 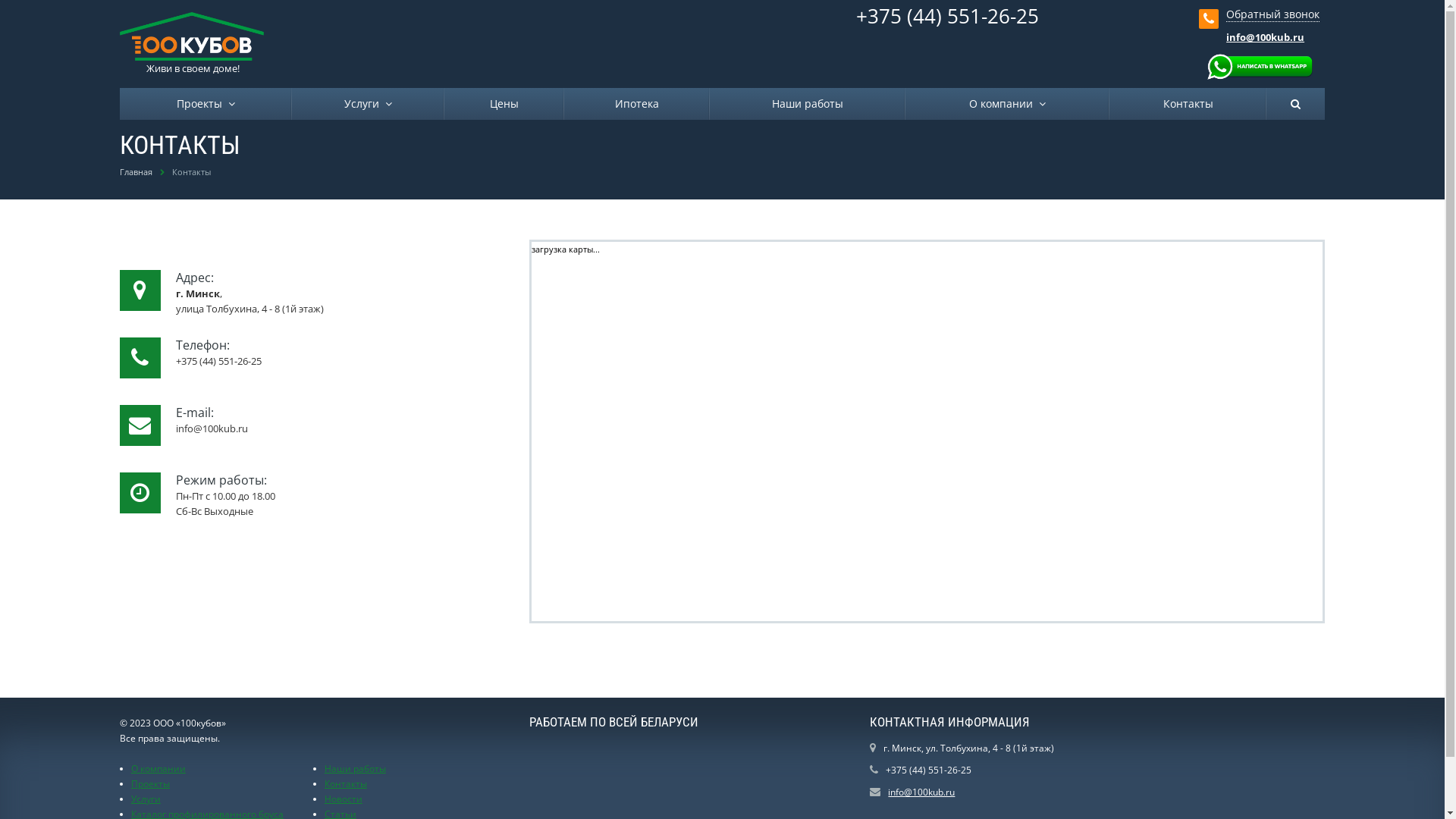 What do you see at coordinates (946, 15) in the screenshot?
I see `'+375 (44) 551-26-25'` at bounding box center [946, 15].